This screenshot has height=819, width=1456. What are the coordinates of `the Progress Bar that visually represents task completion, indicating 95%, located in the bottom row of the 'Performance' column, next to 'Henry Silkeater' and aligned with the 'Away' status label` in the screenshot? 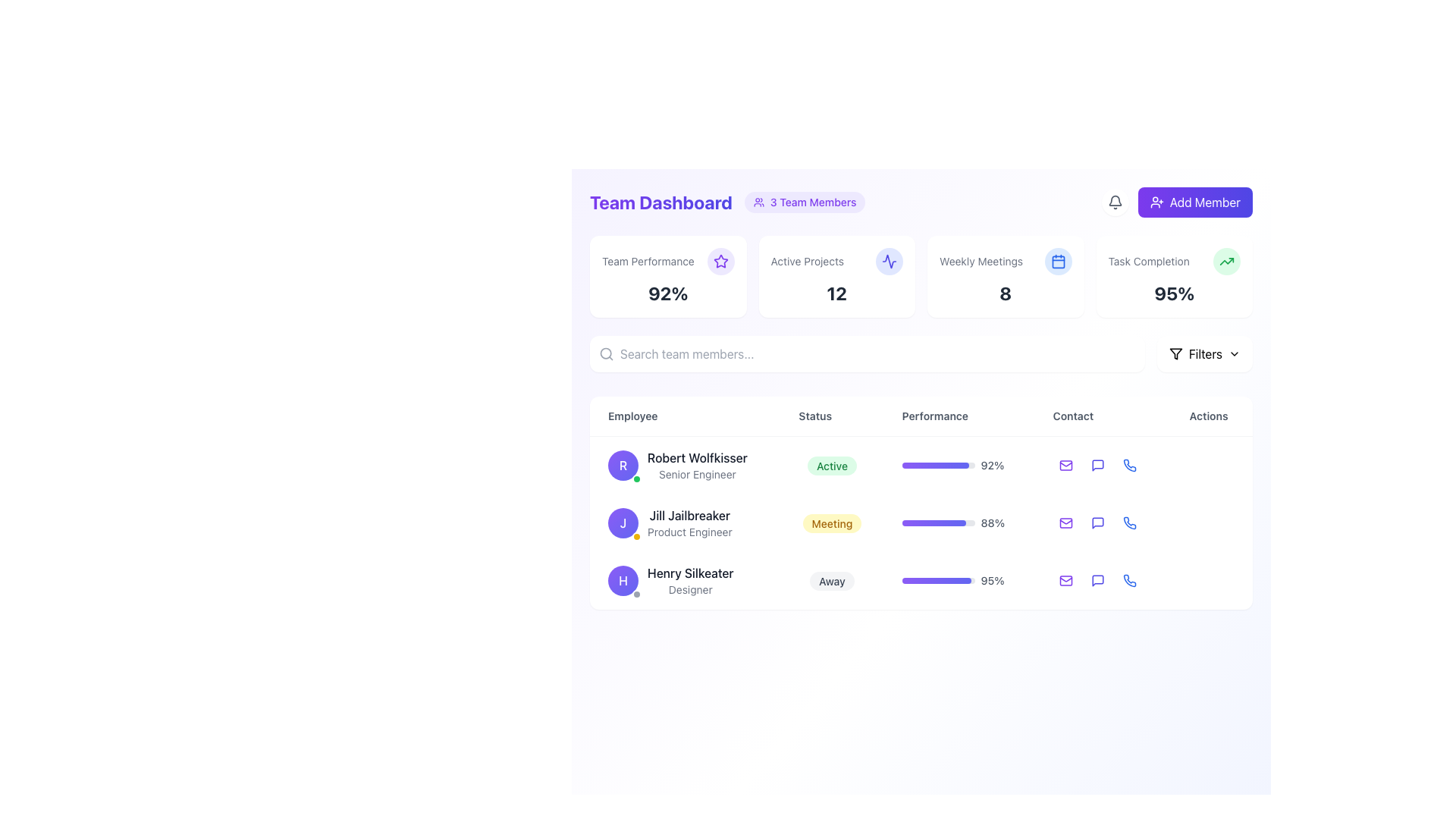 It's located at (937, 580).